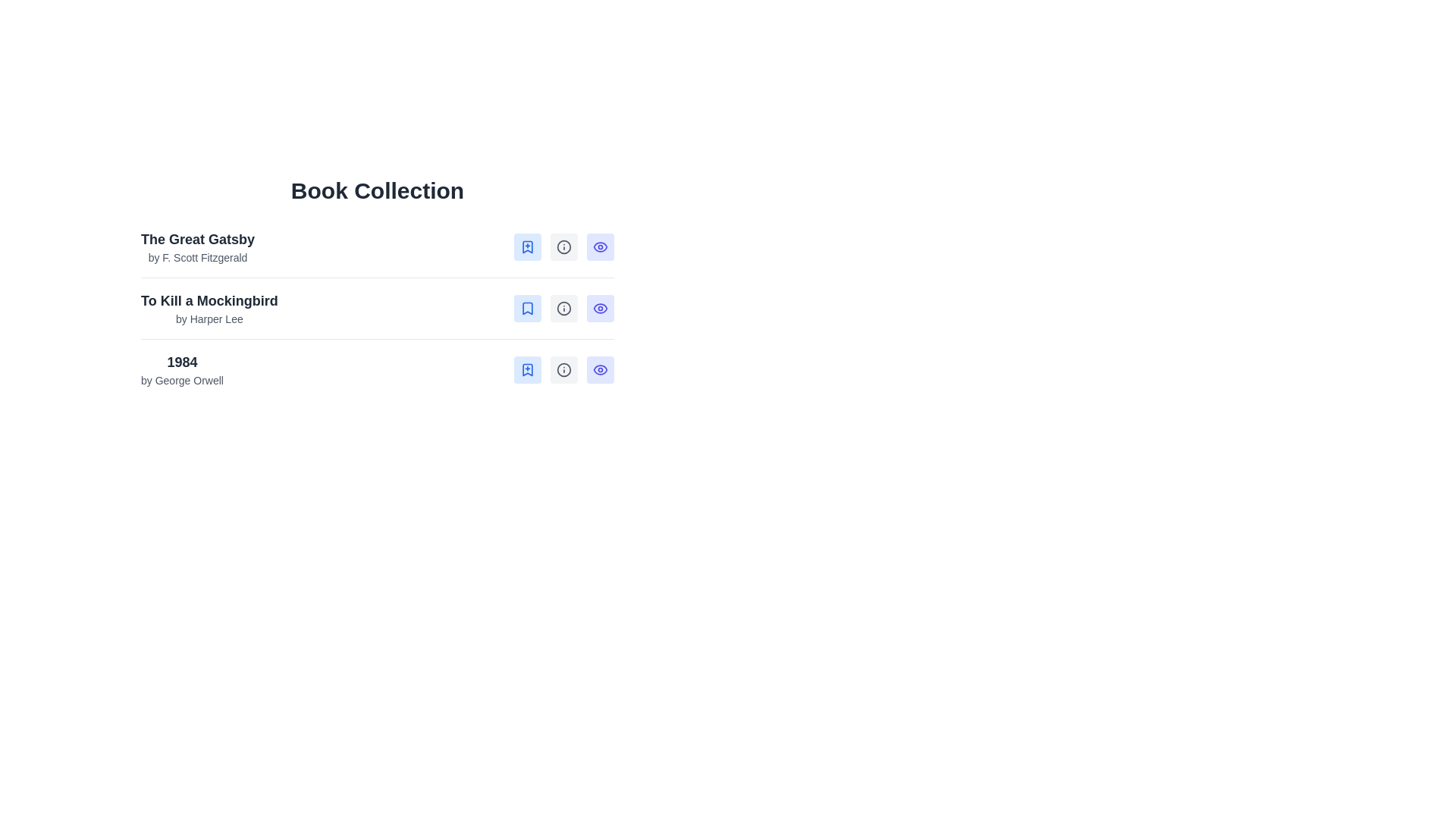 The width and height of the screenshot is (1456, 819). I want to click on the visibility icon (eye) located in the third row of the book collection table, associated with the book '1984' by George Orwell, so click(600, 246).